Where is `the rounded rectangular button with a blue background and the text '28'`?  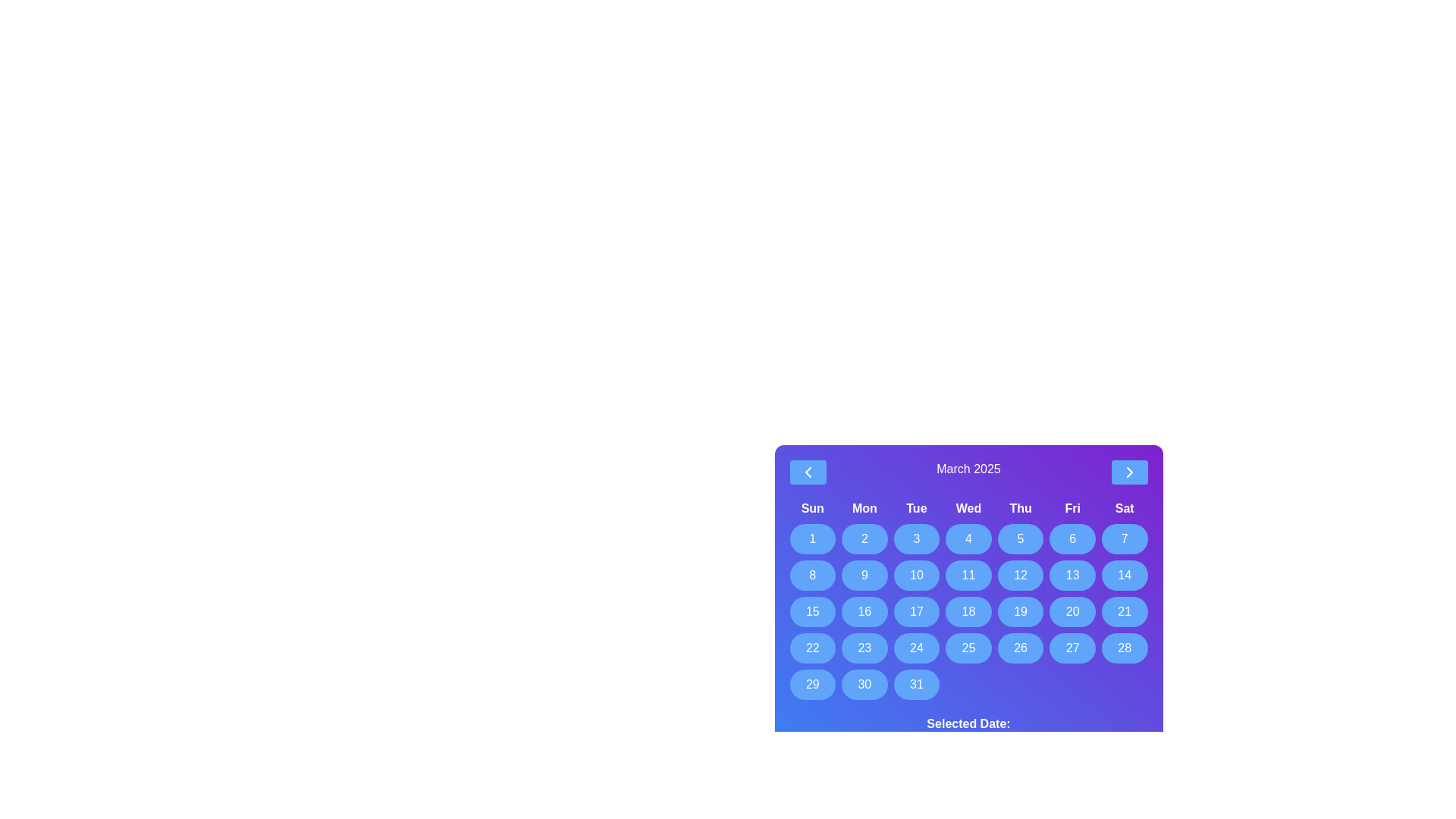 the rounded rectangular button with a blue background and the text '28' is located at coordinates (1125, 648).